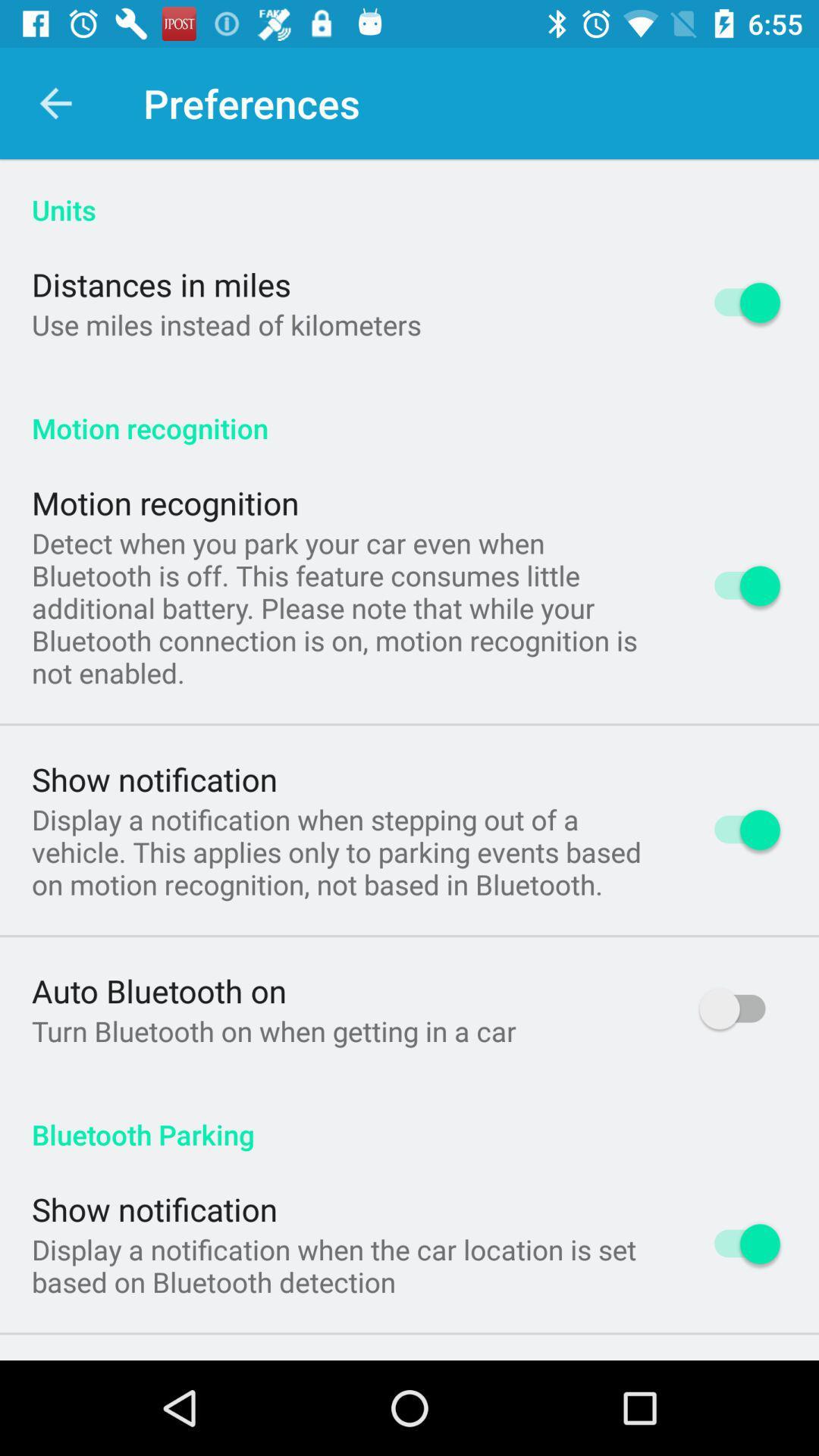 This screenshot has height=1456, width=819. What do you see at coordinates (55, 102) in the screenshot?
I see `the item next to preferences` at bounding box center [55, 102].